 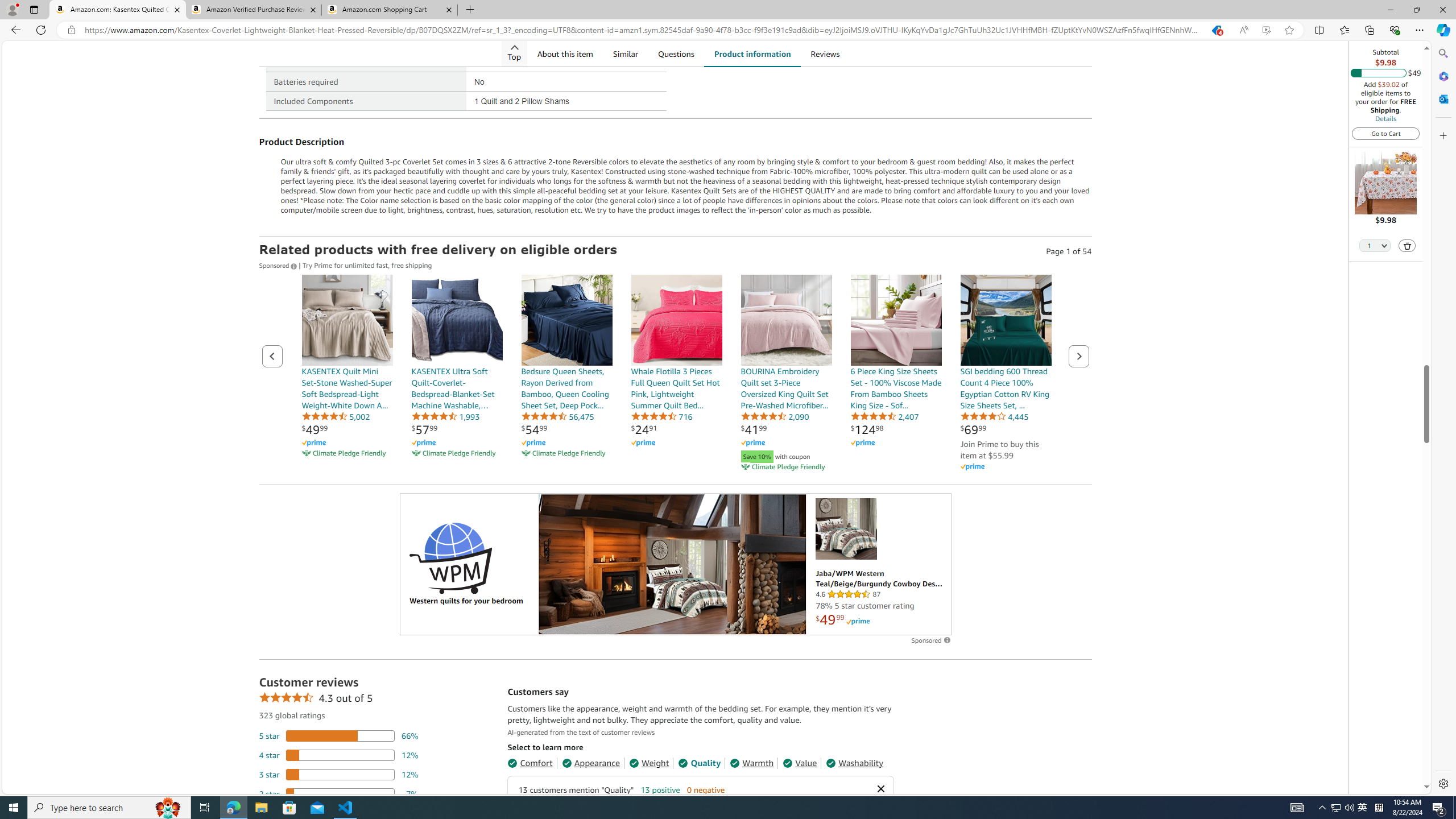 I want to click on '2,407$124.98', so click(x=895, y=373).